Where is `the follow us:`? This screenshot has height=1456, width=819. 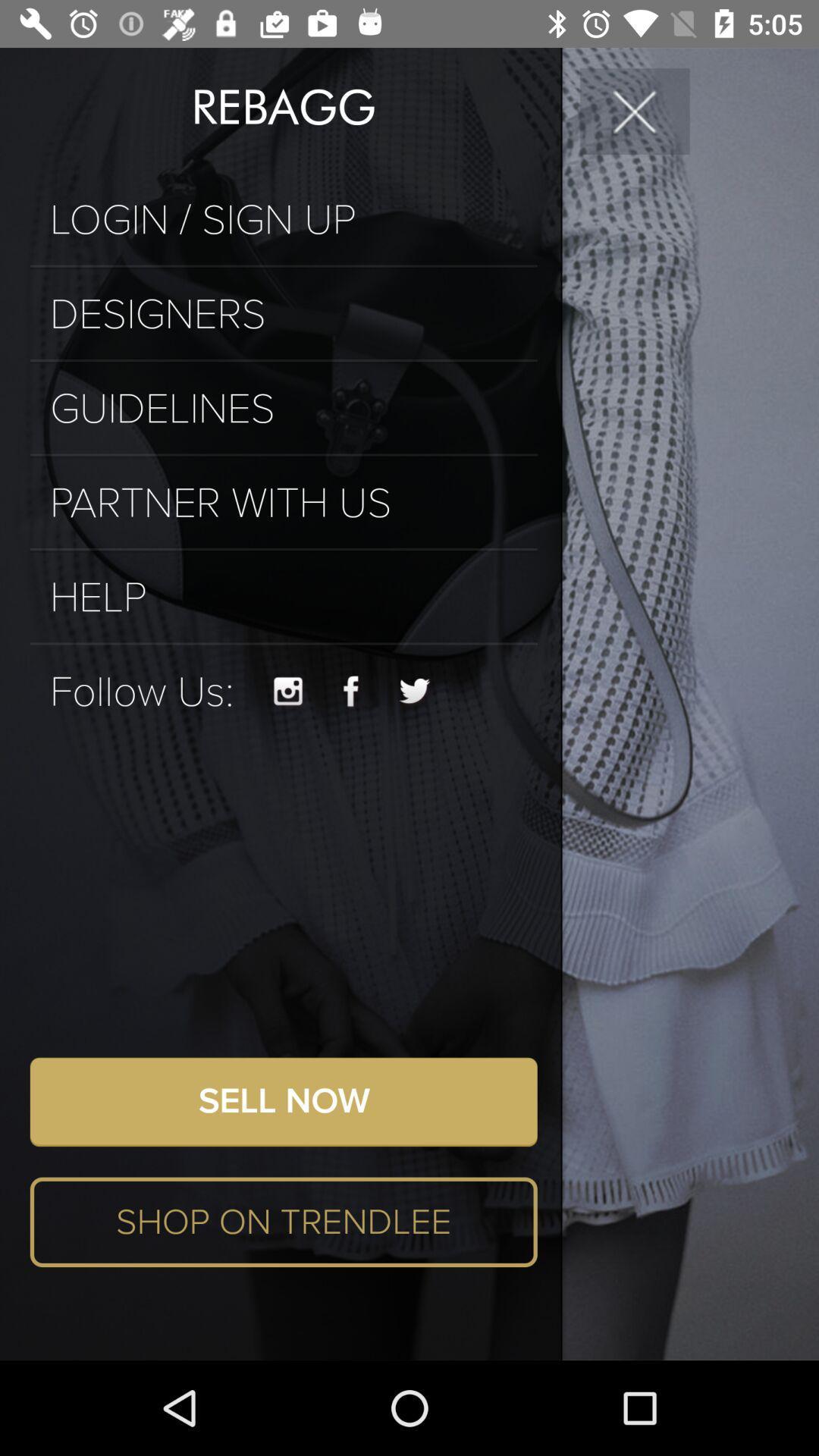 the follow us: is located at coordinates (142, 691).